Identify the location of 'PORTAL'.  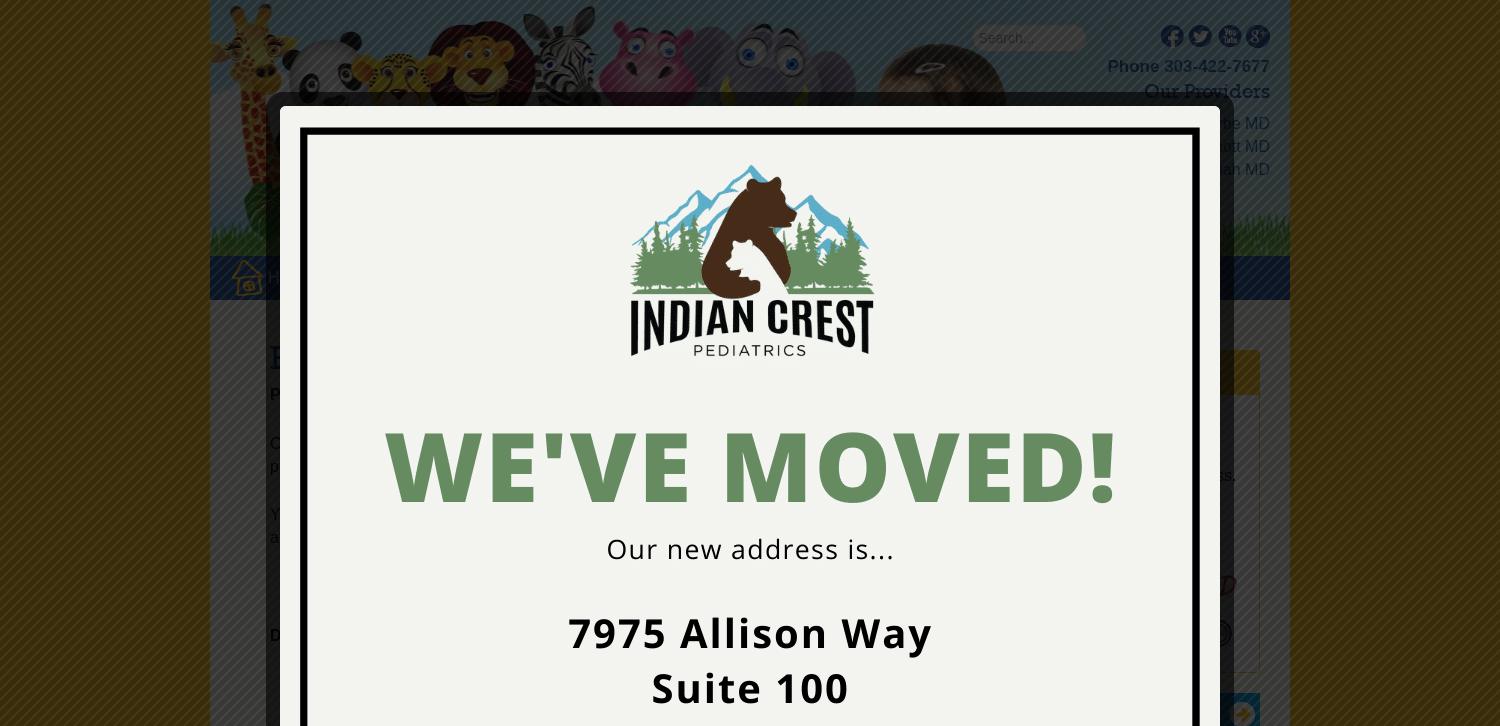
(1027, 276).